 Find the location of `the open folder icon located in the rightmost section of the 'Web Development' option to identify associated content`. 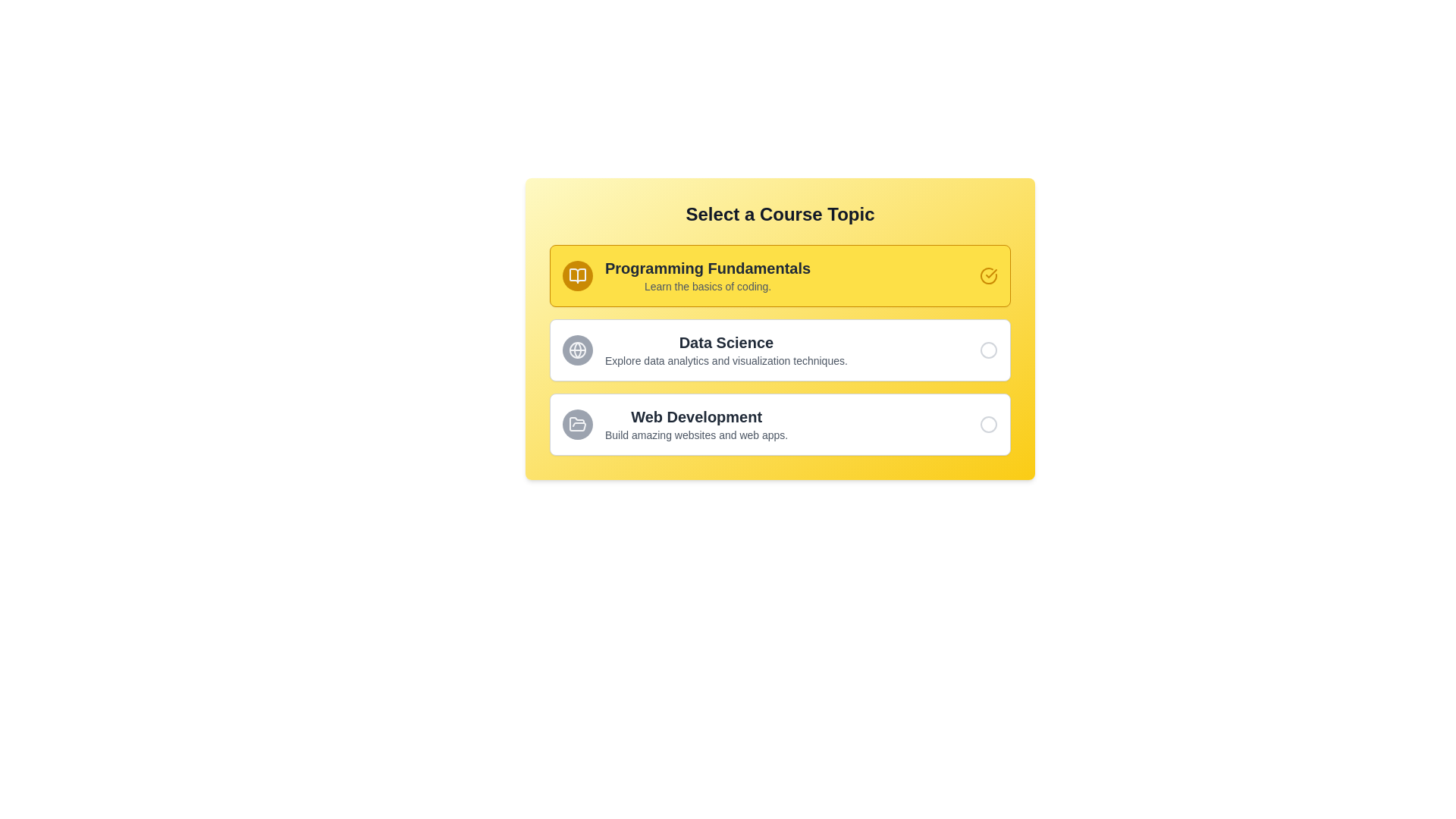

the open folder icon located in the rightmost section of the 'Web Development' option to identify associated content is located at coordinates (577, 424).